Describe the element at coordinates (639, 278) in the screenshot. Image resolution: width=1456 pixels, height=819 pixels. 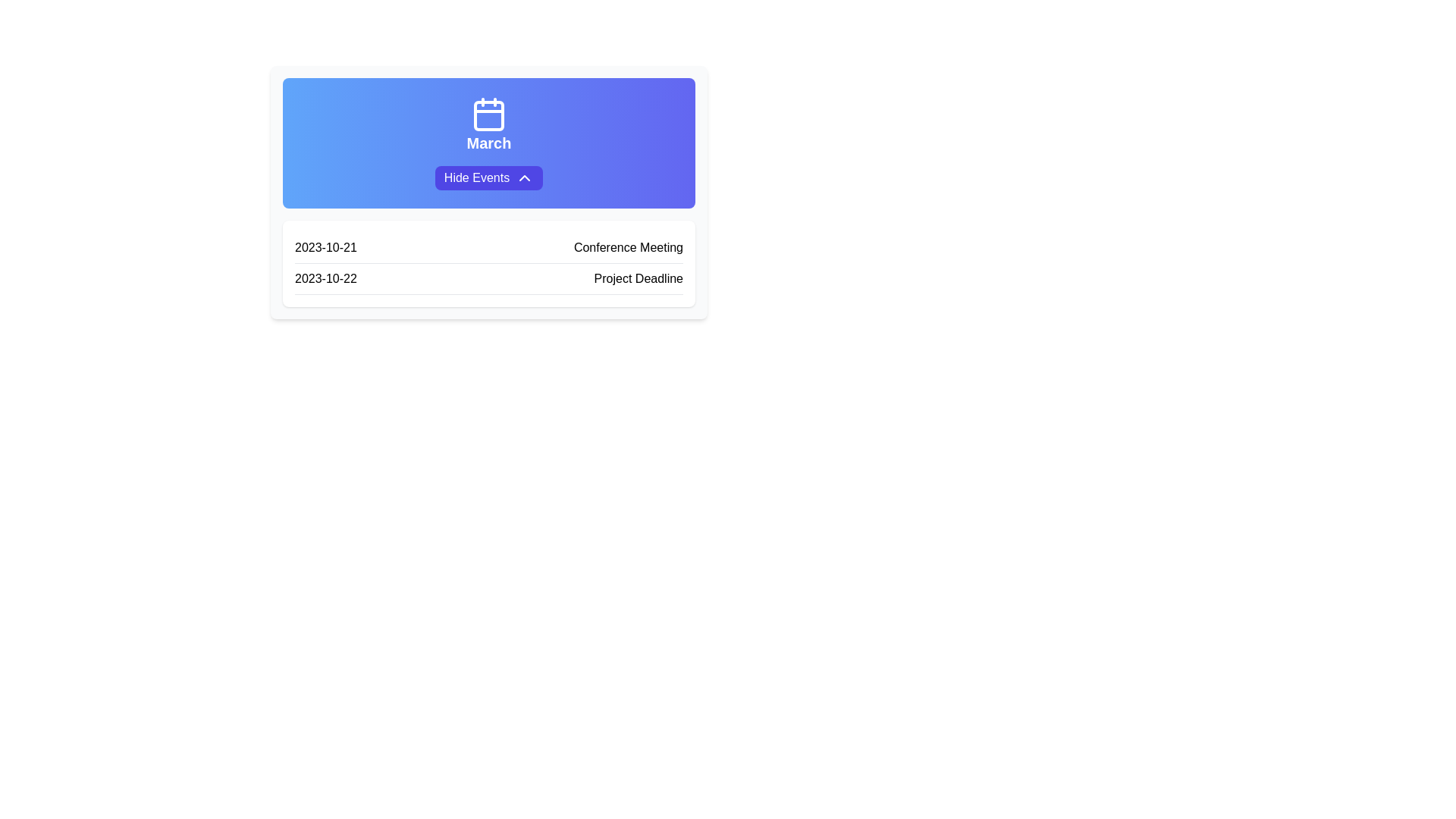
I see `the text label displaying 'Project Deadline'` at that location.